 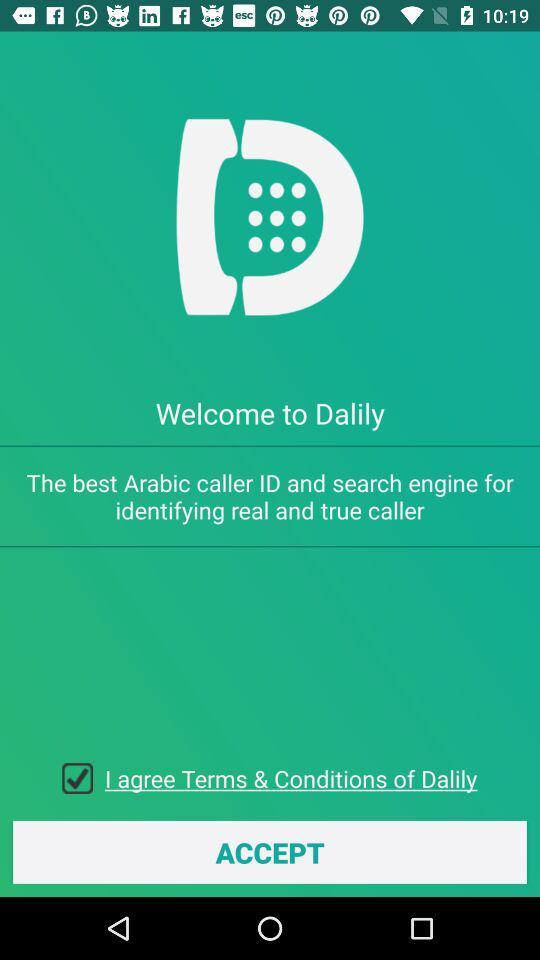 I want to click on the item at the bottom left corner, so click(x=82, y=777).